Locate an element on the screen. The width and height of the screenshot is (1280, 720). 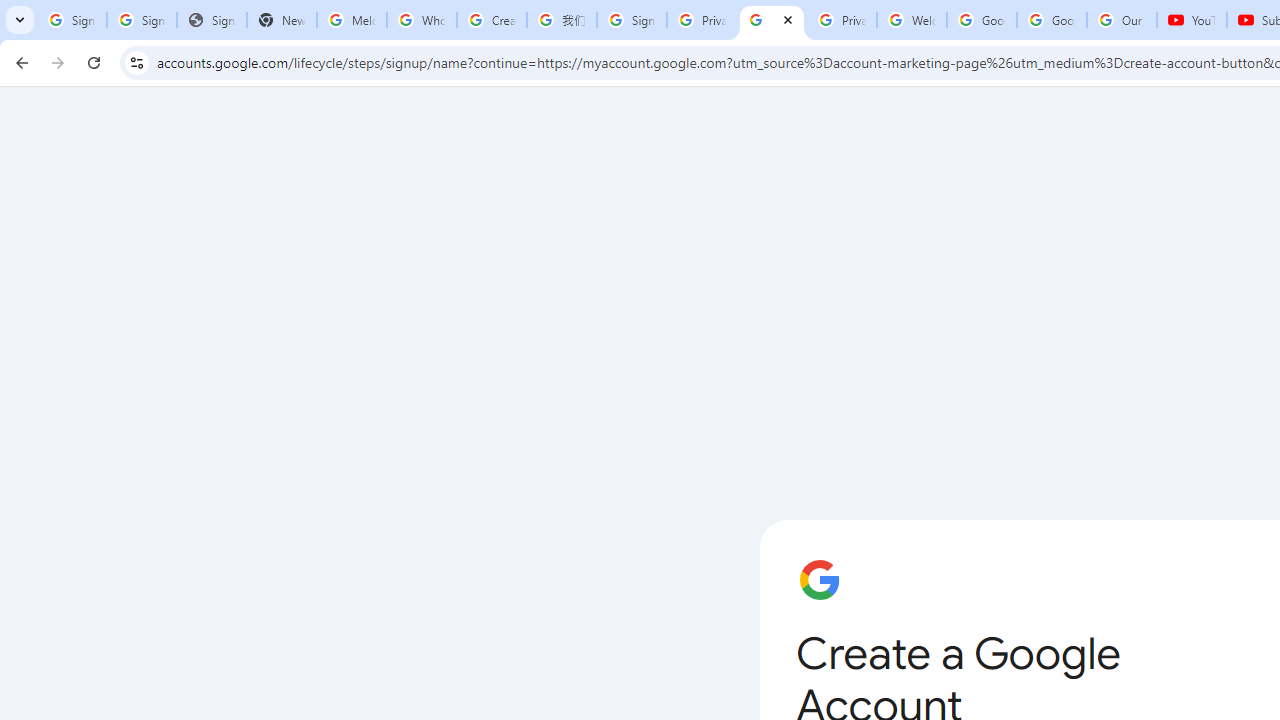
'Sign in - Google Accounts' is located at coordinates (72, 20).